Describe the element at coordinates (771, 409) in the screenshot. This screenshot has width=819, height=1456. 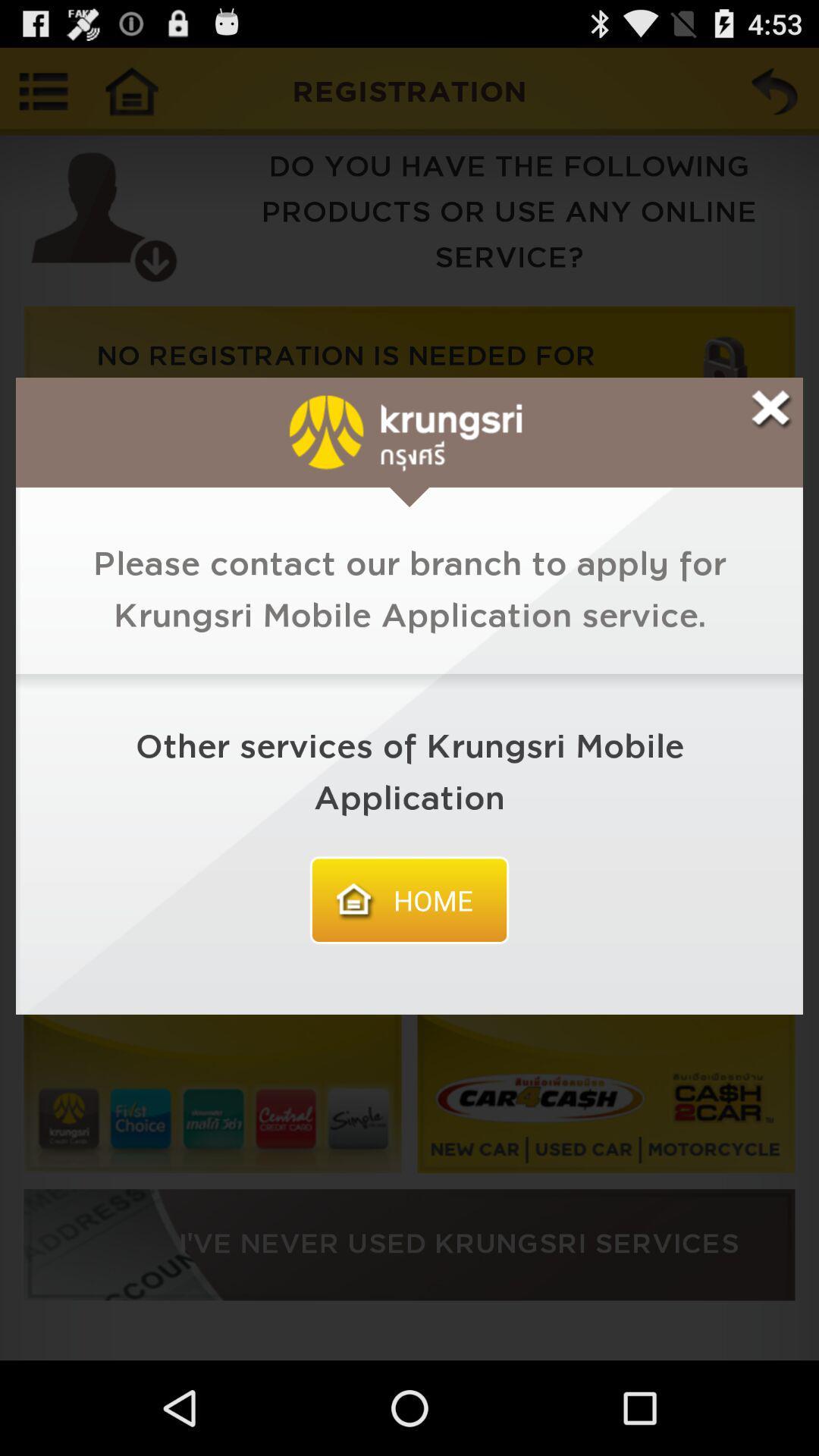
I see `notification window` at that location.